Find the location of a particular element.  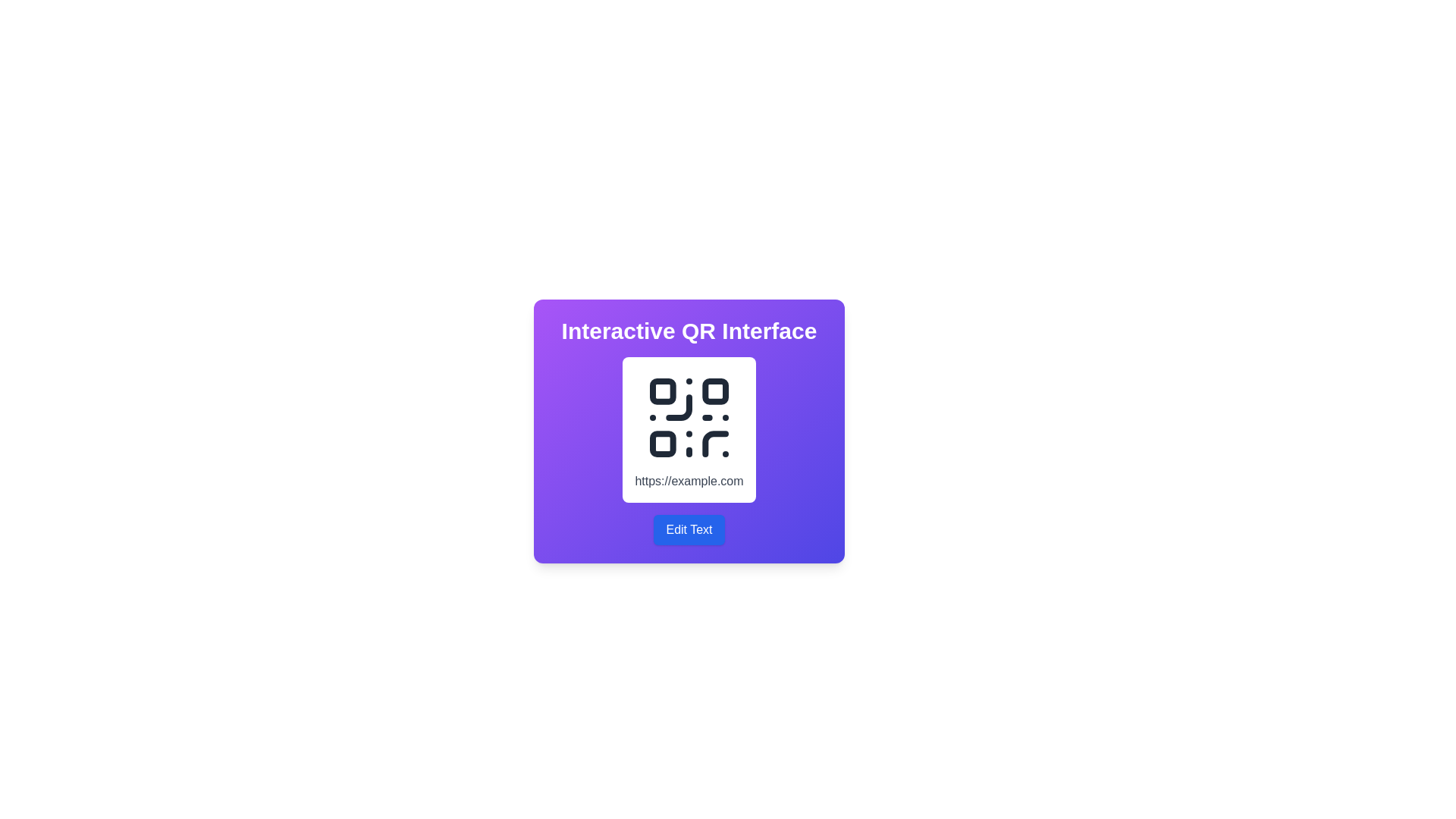

the rectangular 'Edit Text' button with a blue background is located at coordinates (688, 529).